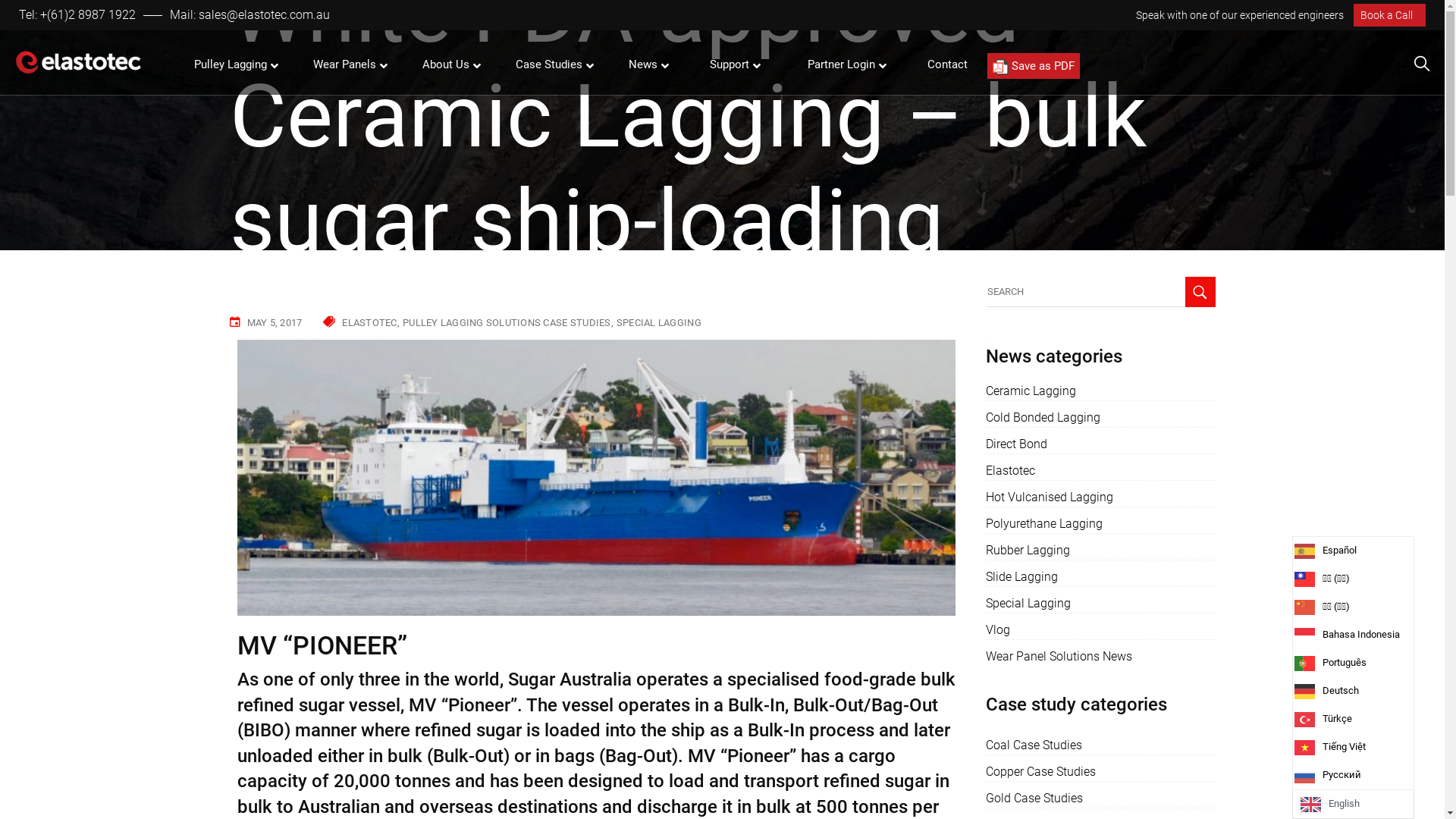  I want to click on 'Bahasa Indonesia', so click(1304, 635).